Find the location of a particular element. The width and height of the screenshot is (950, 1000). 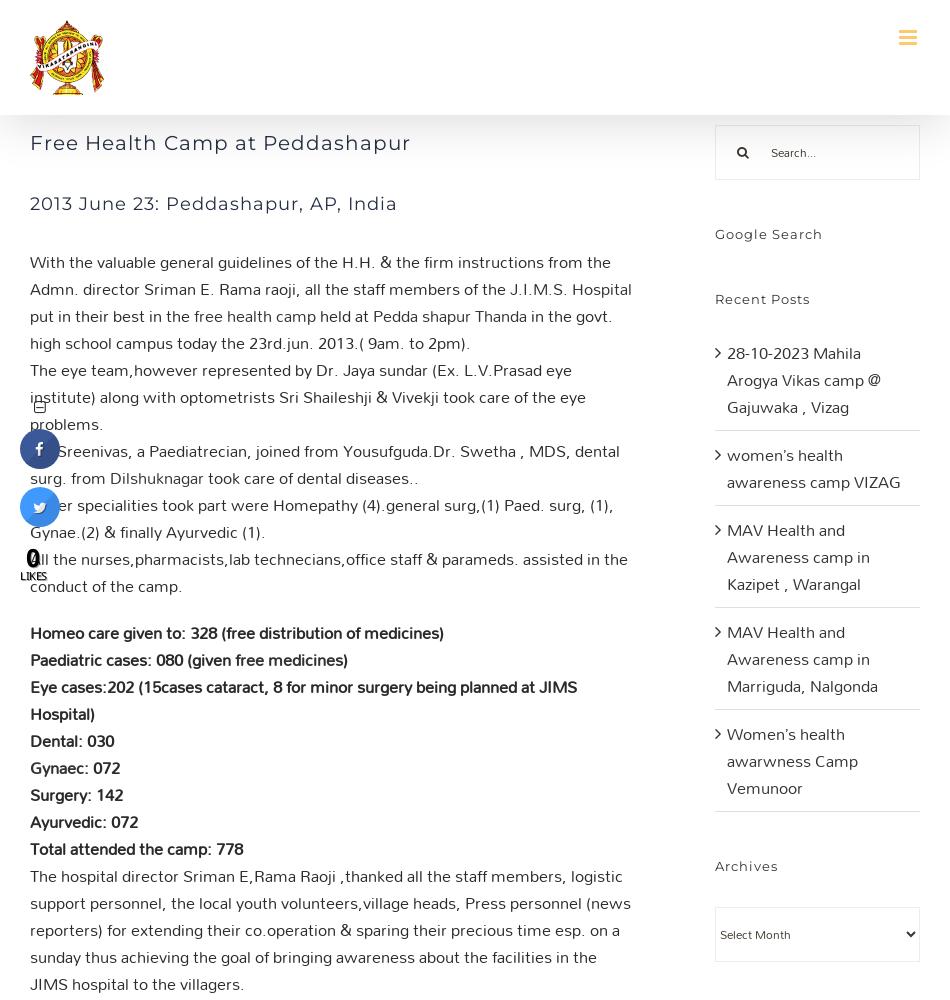

'MAV Health and Awareness camp in Kazipet , Warangal' is located at coordinates (797, 556).